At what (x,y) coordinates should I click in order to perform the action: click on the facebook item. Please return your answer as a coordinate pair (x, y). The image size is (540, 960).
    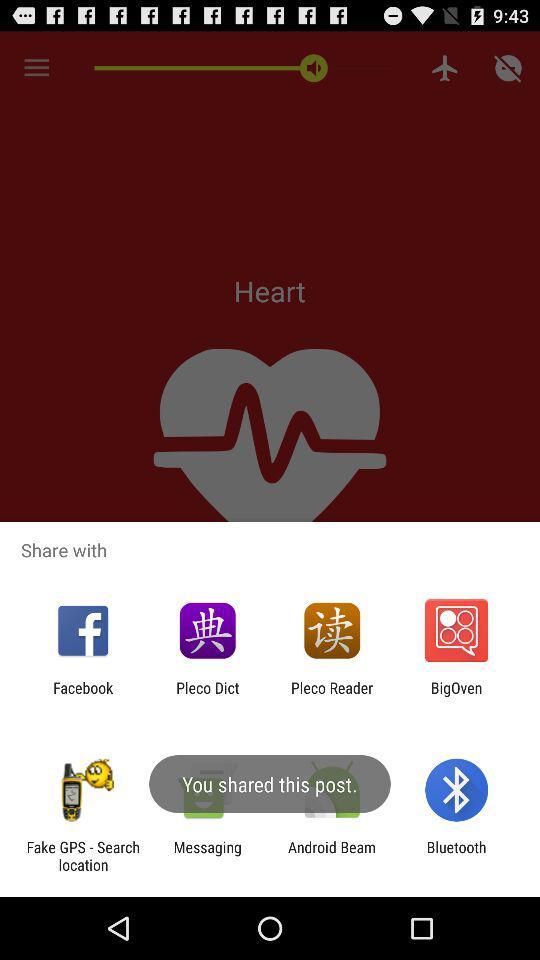
    Looking at the image, I should click on (82, 696).